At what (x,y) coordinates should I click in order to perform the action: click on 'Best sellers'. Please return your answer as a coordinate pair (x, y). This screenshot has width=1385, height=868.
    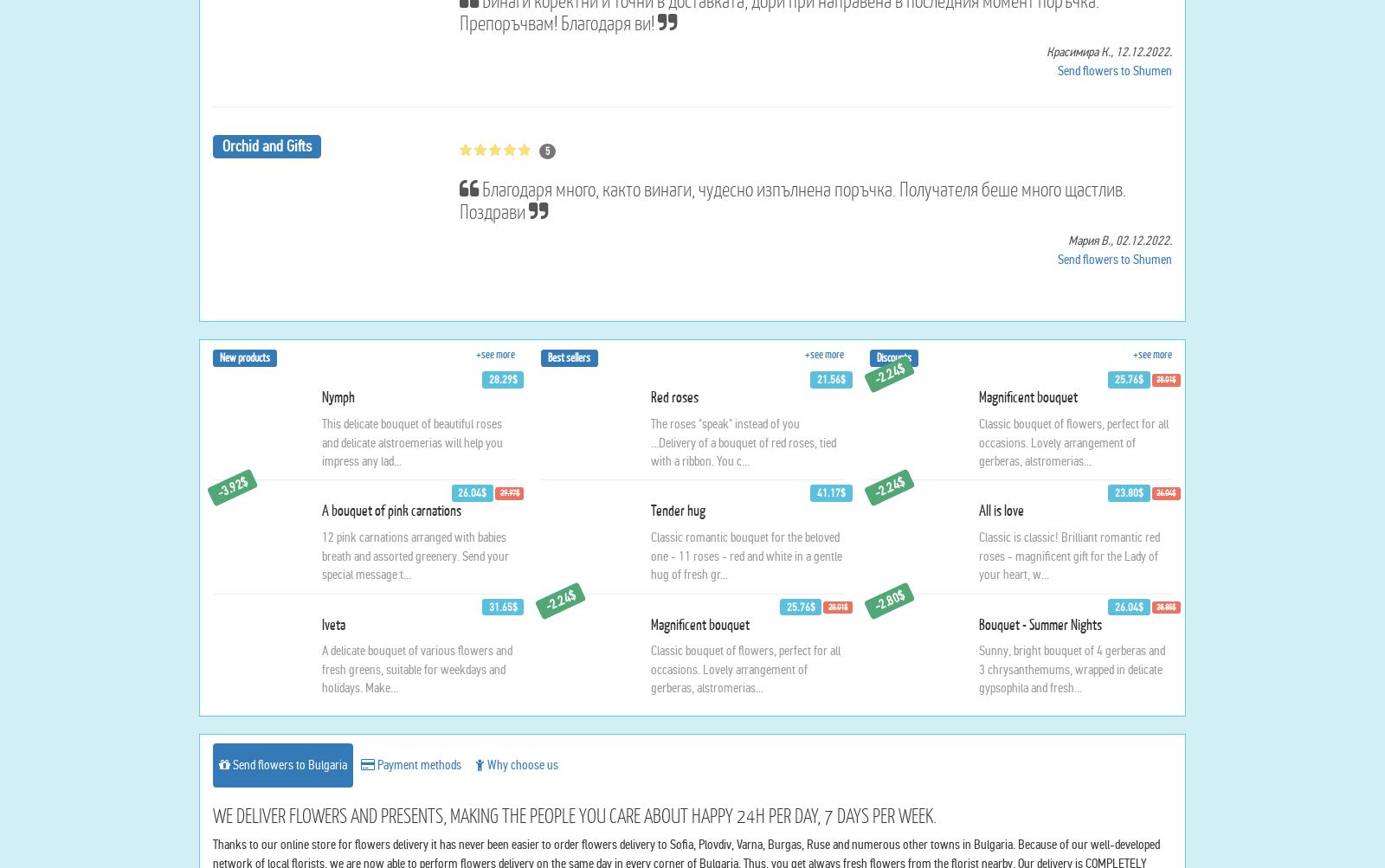
    Looking at the image, I should click on (569, 524).